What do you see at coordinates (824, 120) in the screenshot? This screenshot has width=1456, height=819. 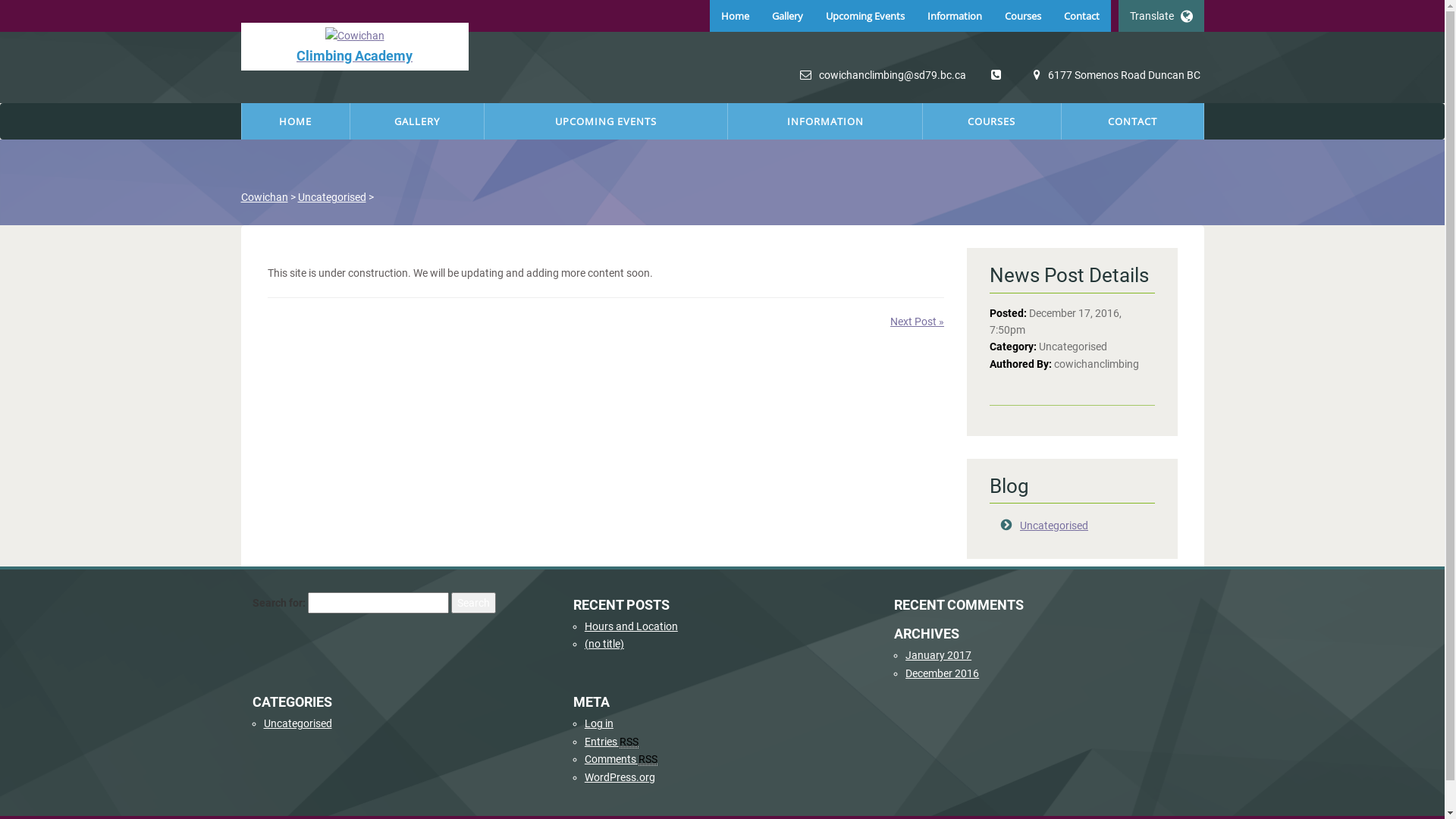 I see `'INFORMATION'` at bounding box center [824, 120].